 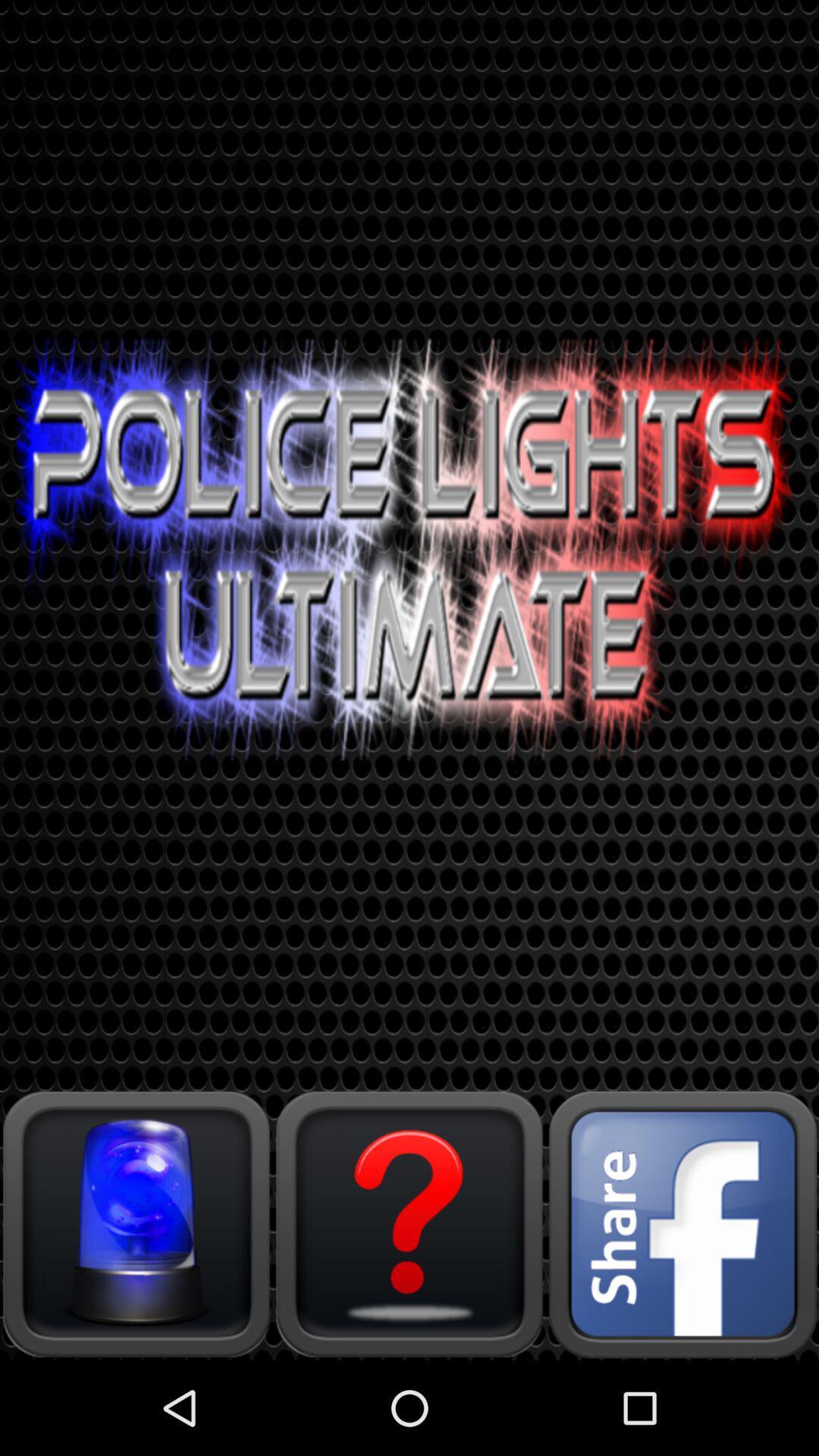 What do you see at coordinates (681, 1223) in the screenshot?
I see `share on facebook` at bounding box center [681, 1223].